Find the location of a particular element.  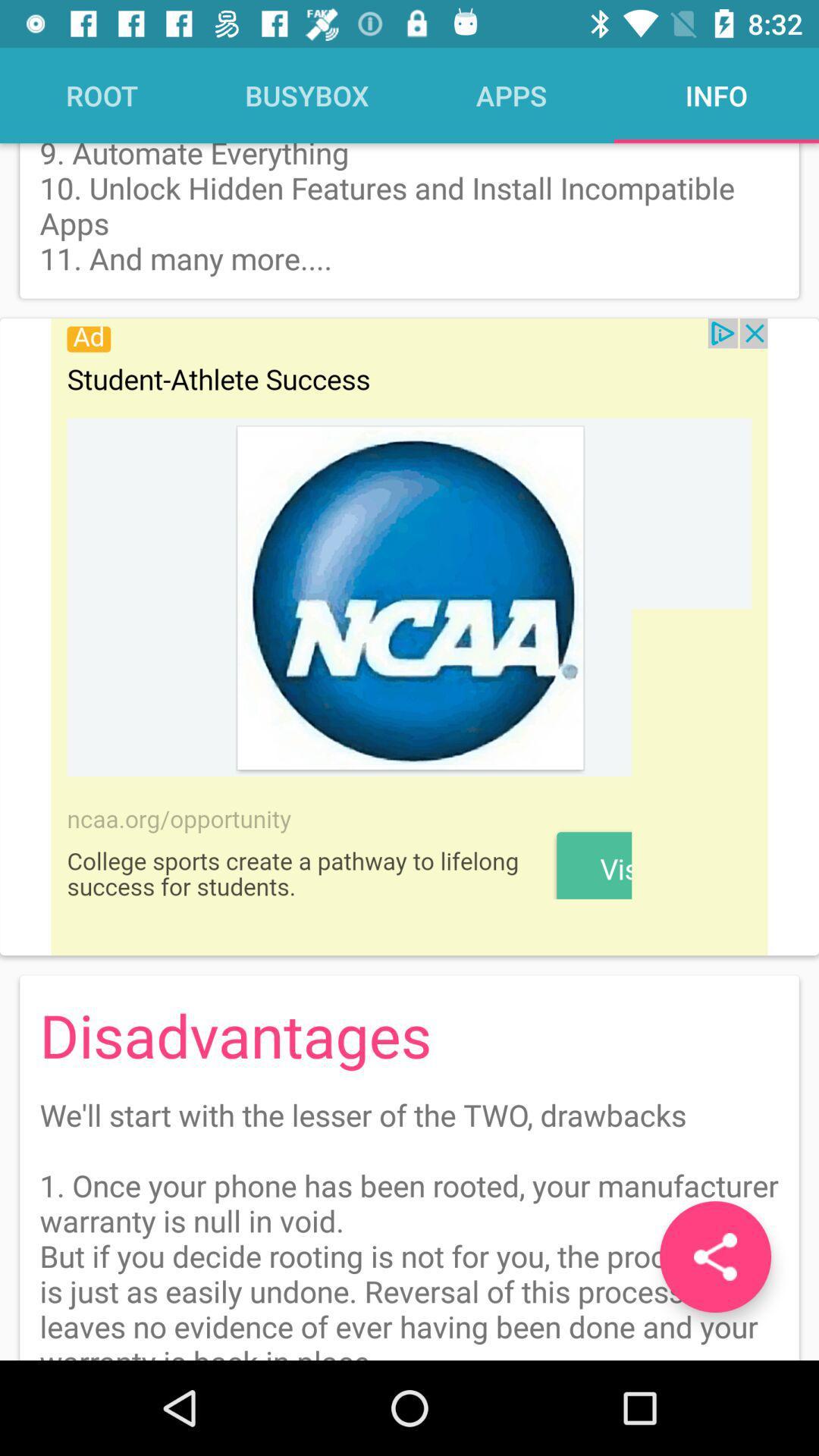

the share icon is located at coordinates (715, 1257).